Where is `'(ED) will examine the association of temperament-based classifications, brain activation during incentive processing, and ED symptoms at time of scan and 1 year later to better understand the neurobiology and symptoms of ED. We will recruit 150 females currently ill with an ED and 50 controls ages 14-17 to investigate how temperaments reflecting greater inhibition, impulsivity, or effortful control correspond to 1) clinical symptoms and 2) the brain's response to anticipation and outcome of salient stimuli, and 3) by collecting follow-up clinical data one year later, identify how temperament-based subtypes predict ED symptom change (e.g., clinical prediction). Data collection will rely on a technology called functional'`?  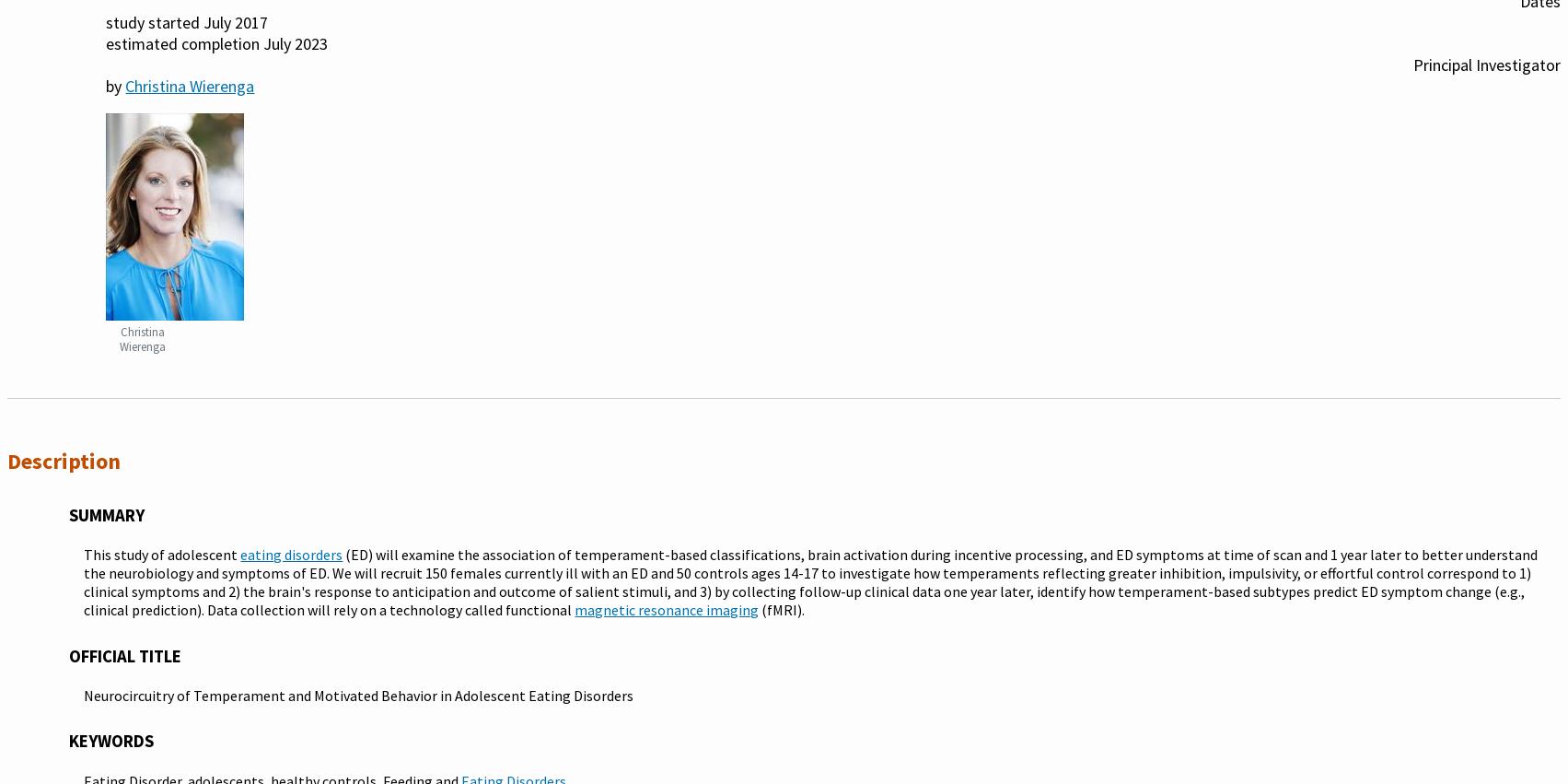
'(ED) will examine the association of temperament-based classifications, brain activation during incentive processing, and ED symptoms at time of scan and 1 year later to better understand the neurobiology and symptoms of ED. We will recruit 150 females currently ill with an ED and 50 controls ages 14-17 to investigate how temperaments reflecting greater inhibition, impulsivity, or effortful control correspond to 1) clinical symptoms and 2) the brain's response to anticipation and outcome of salient stimuli, and 3) by collecting follow-up clinical data one year later, identify how temperament-based subtypes predict ED symptom change (e.g., clinical prediction). Data collection will rely on a technology called functional' is located at coordinates (809, 581).